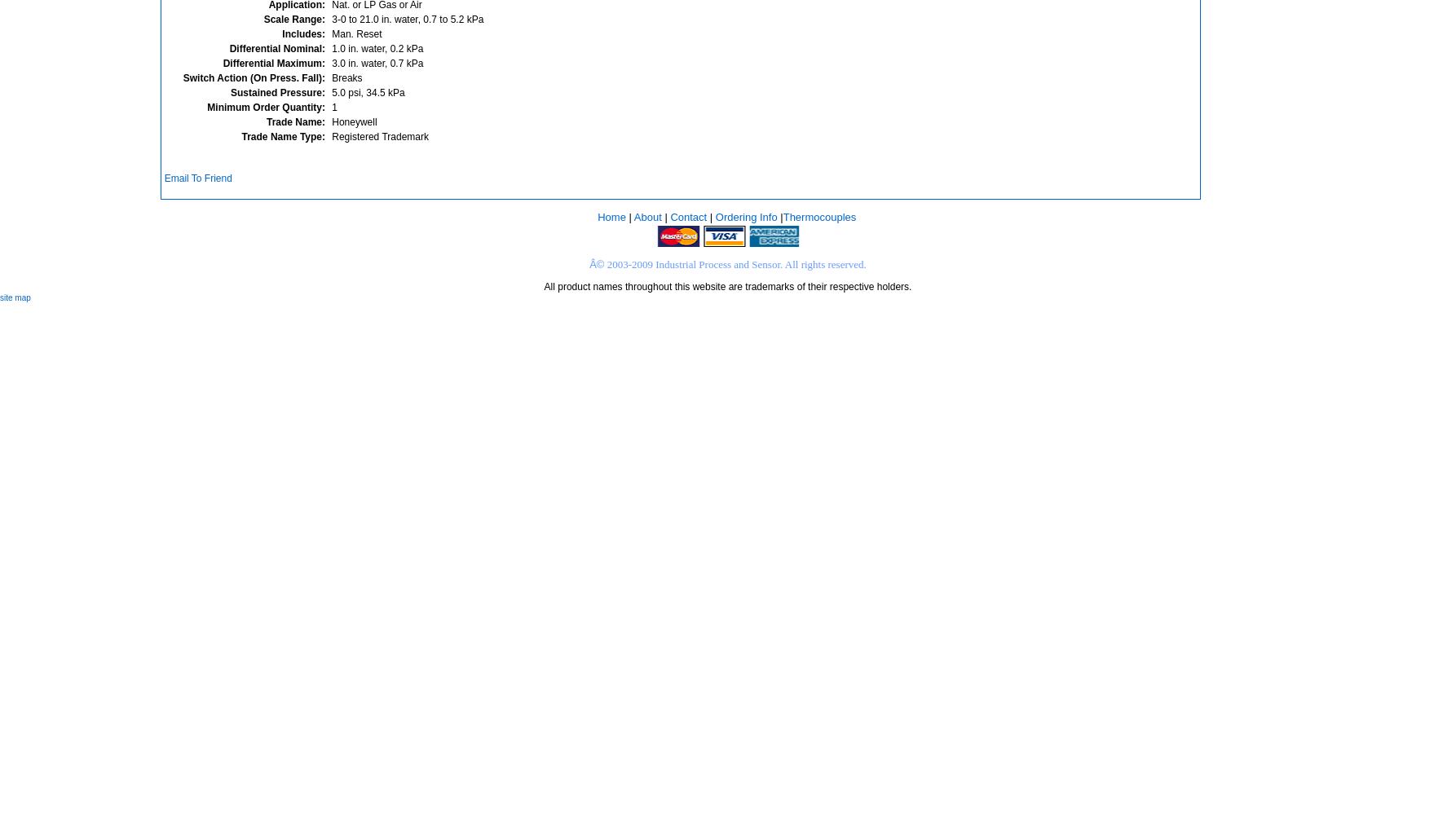 The width and height of the screenshot is (1456, 815). I want to click on 'site map', so click(15, 296).